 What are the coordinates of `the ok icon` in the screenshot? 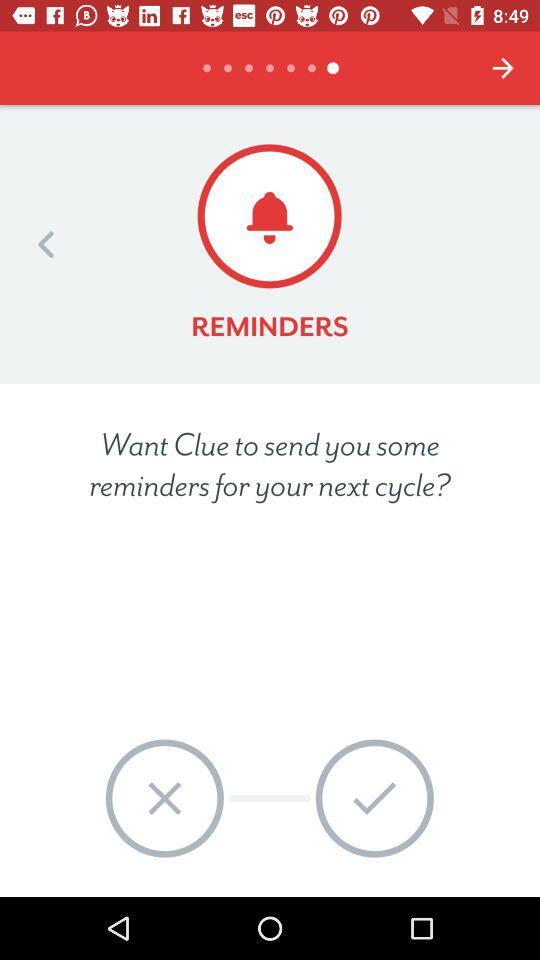 It's located at (374, 798).